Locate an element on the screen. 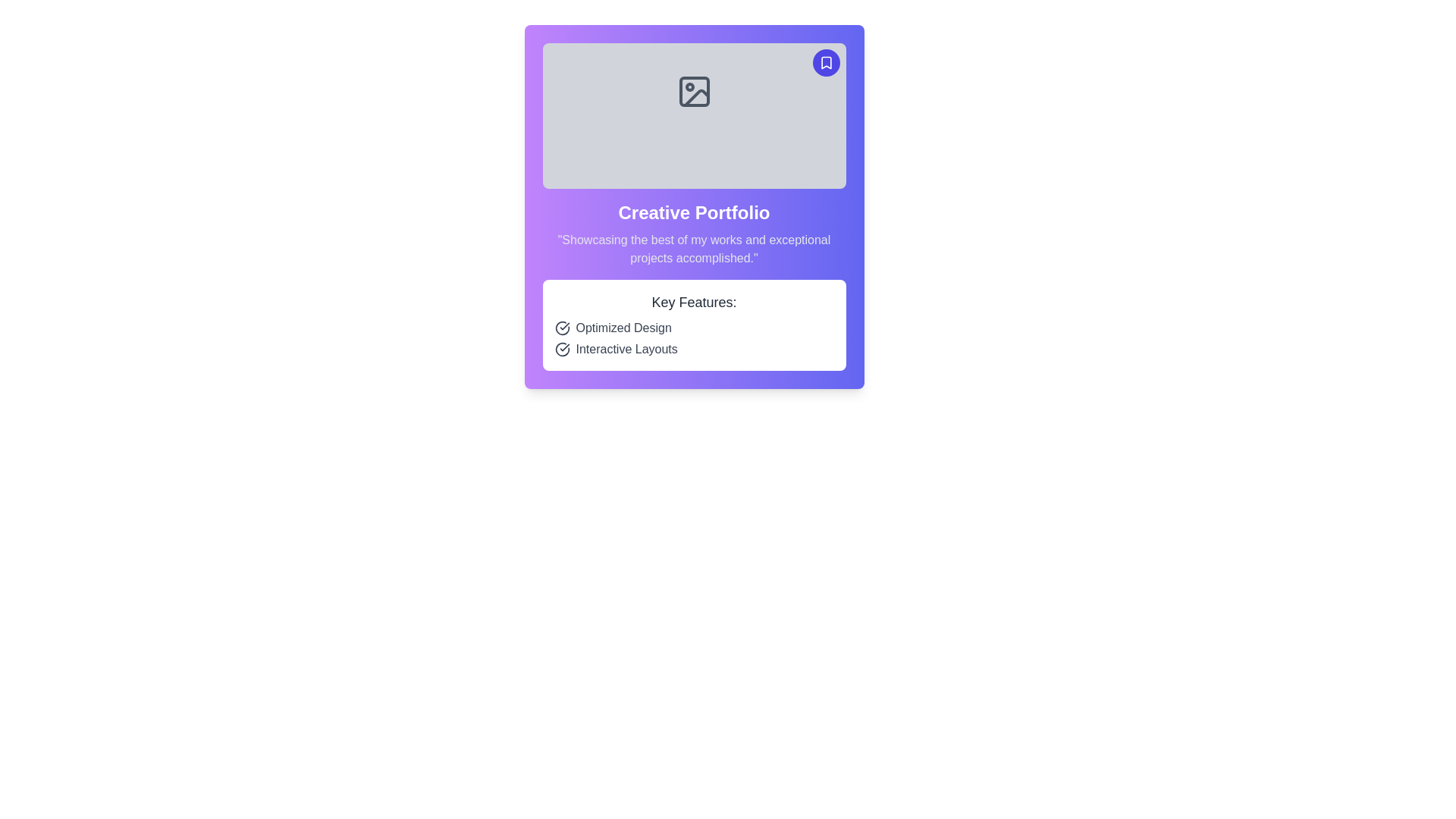  the placeholder icon for an image within the card layout, which is centered inside the rectangular gray area at the top of the purple card is located at coordinates (693, 91).